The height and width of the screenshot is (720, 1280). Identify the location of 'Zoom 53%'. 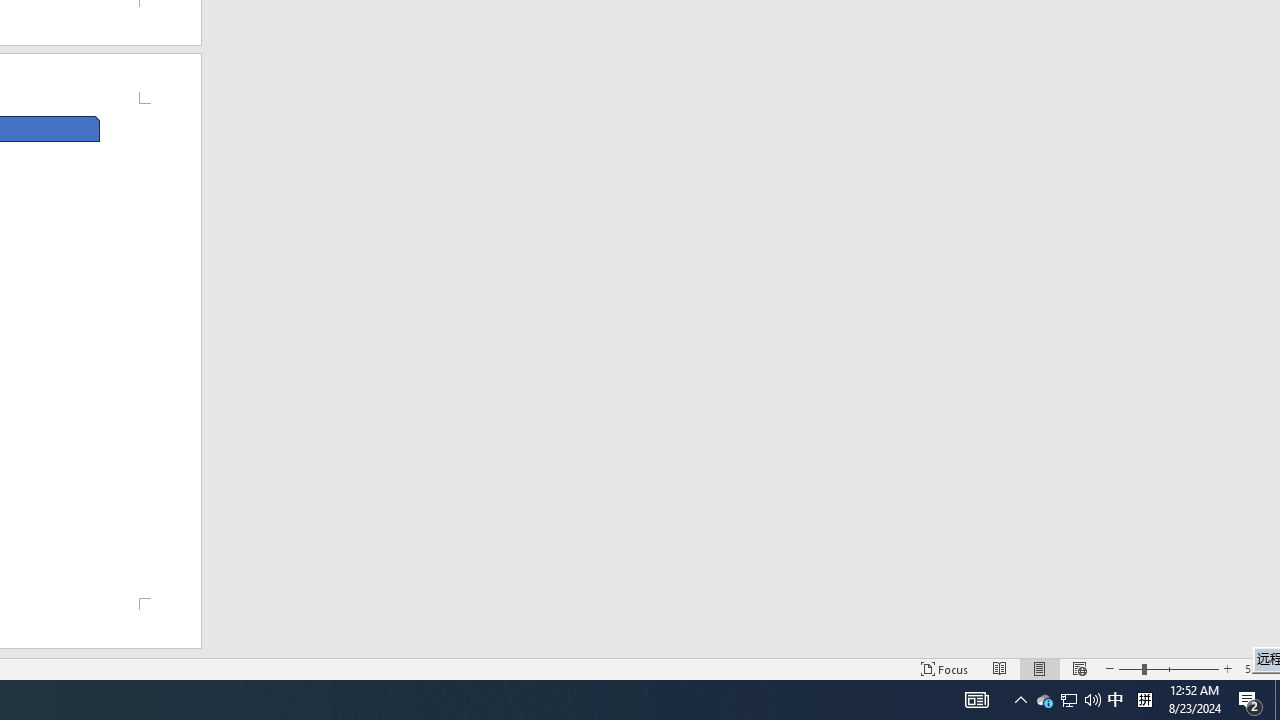
(1257, 669).